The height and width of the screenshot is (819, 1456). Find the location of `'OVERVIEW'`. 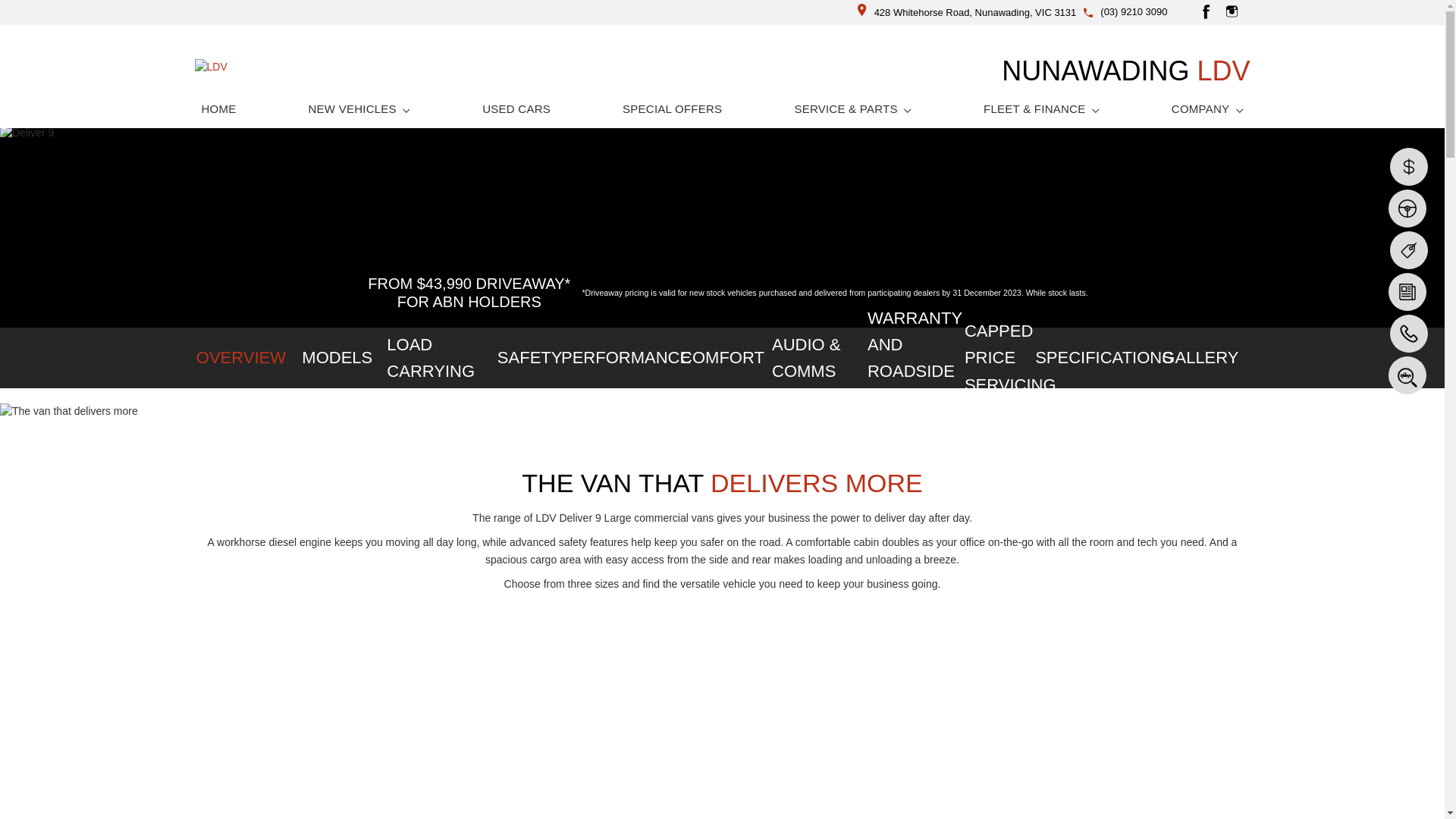

'OVERVIEW' is located at coordinates (193, 357).